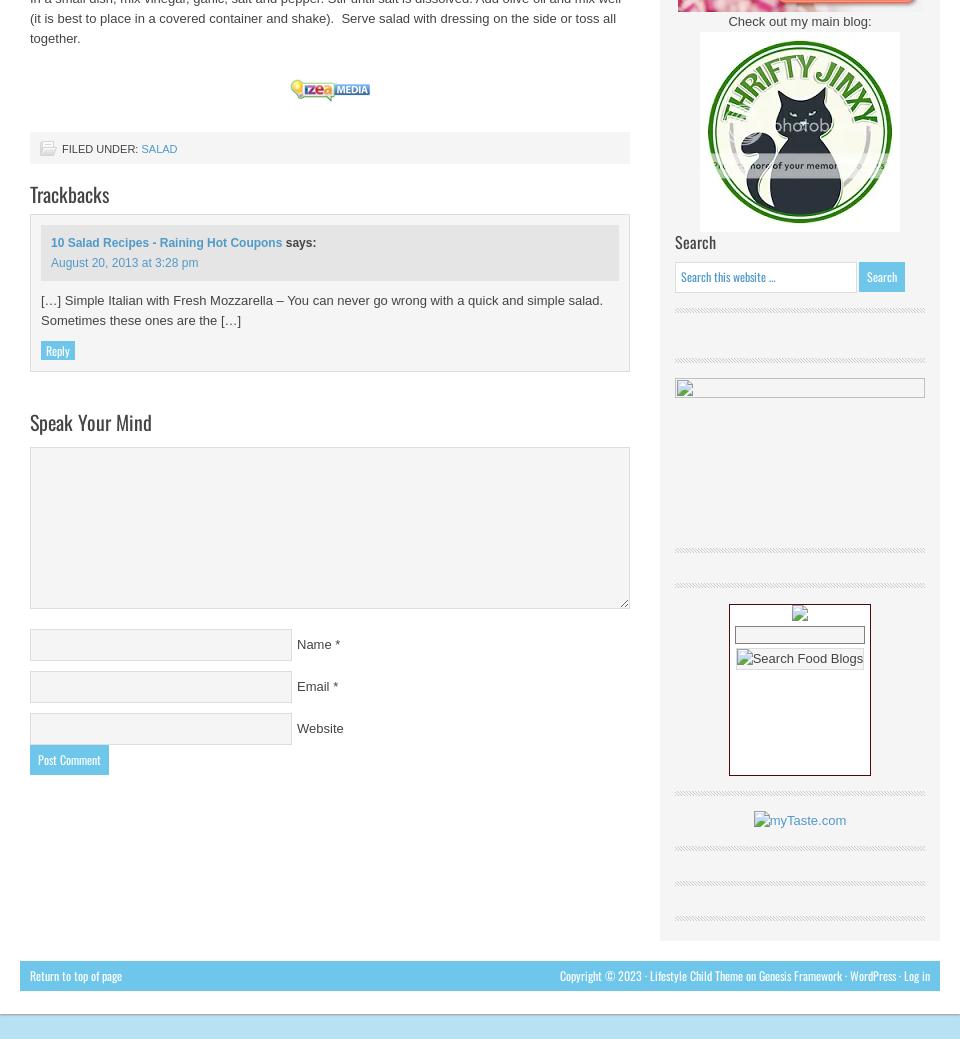 The image size is (960, 1039). Describe the element at coordinates (319, 727) in the screenshot. I see `'Website'` at that location.